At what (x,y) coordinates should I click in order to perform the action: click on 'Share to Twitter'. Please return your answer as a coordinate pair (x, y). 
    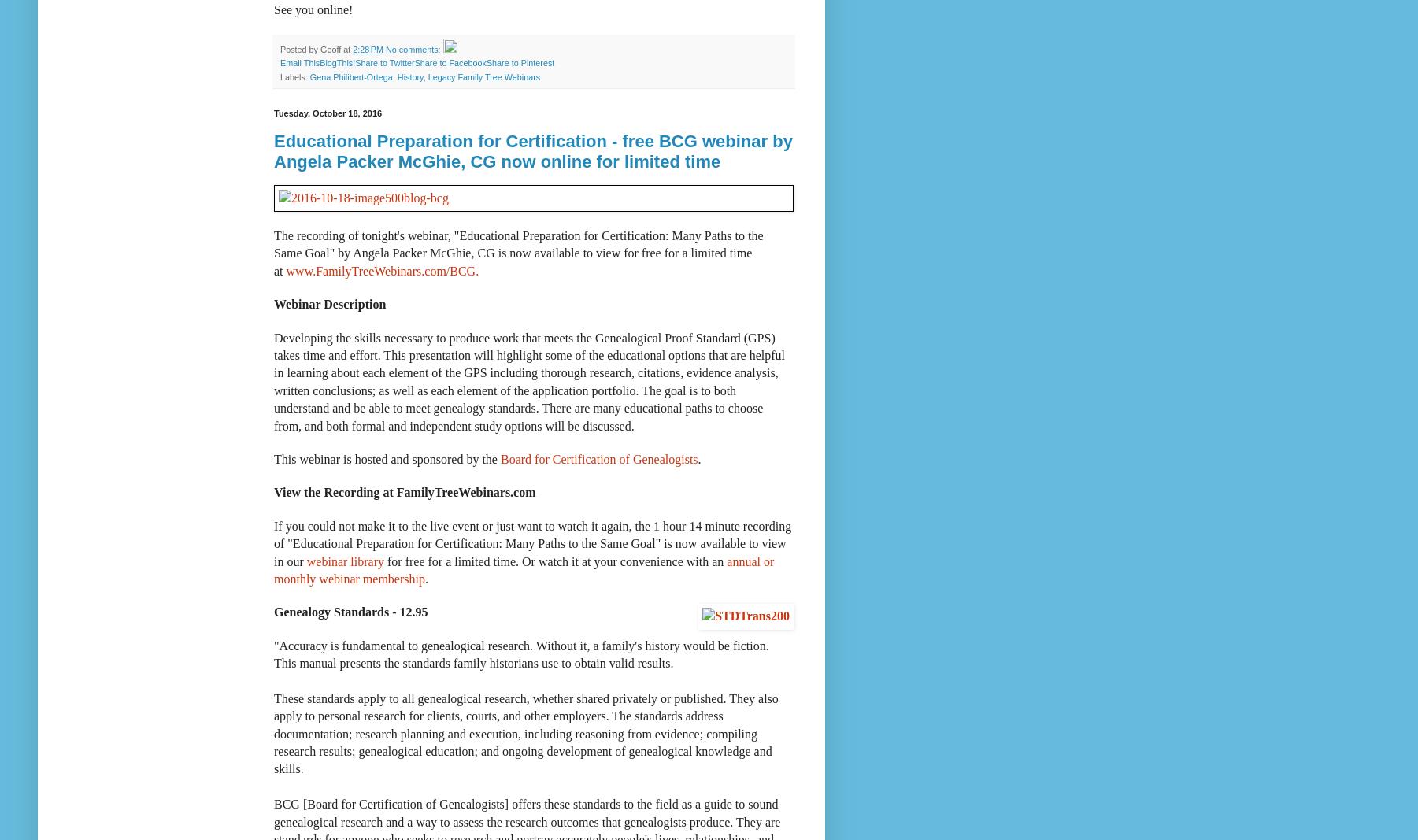
    Looking at the image, I should click on (383, 62).